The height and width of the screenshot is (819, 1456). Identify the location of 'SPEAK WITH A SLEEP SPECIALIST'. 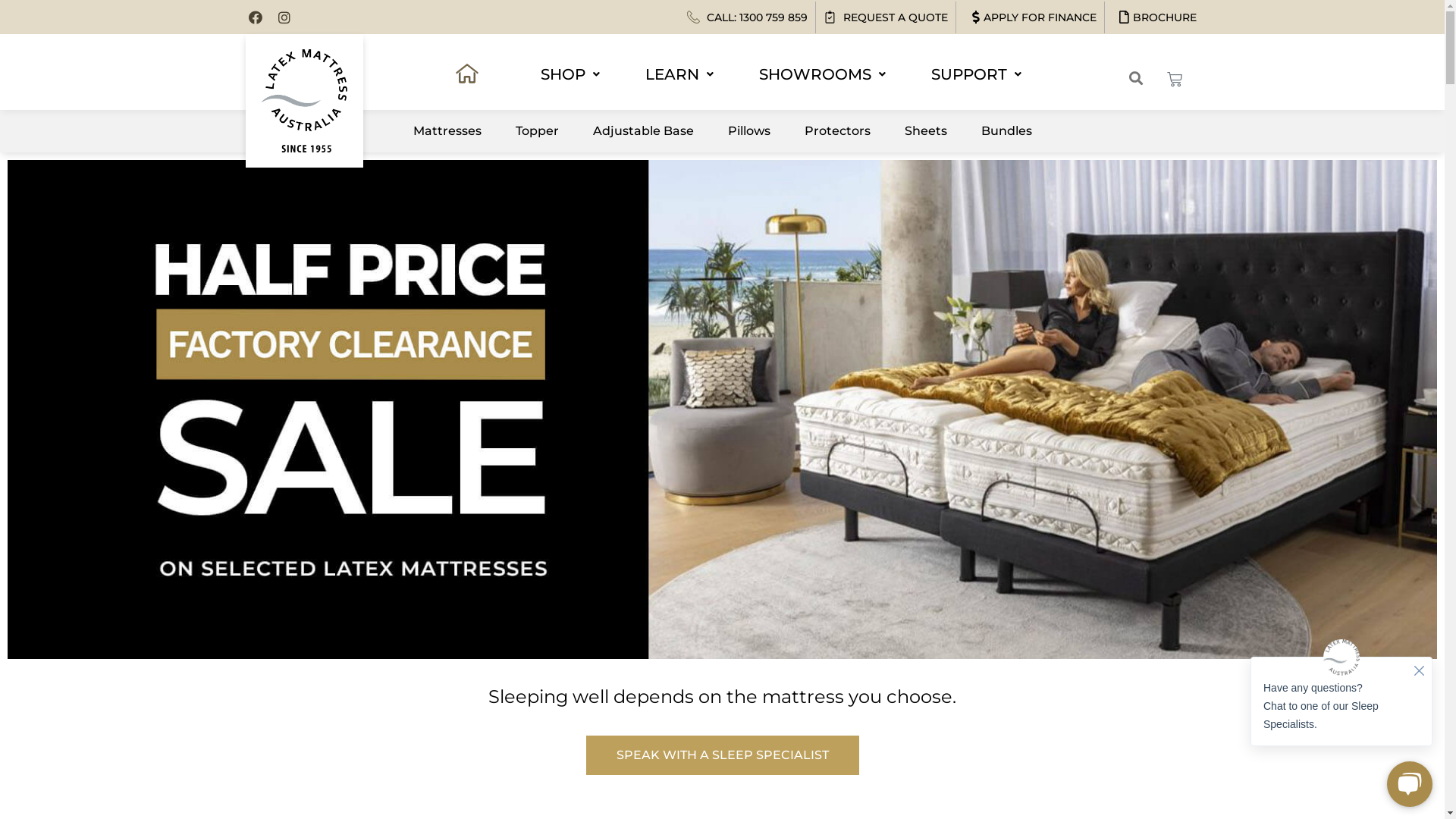
(720, 755).